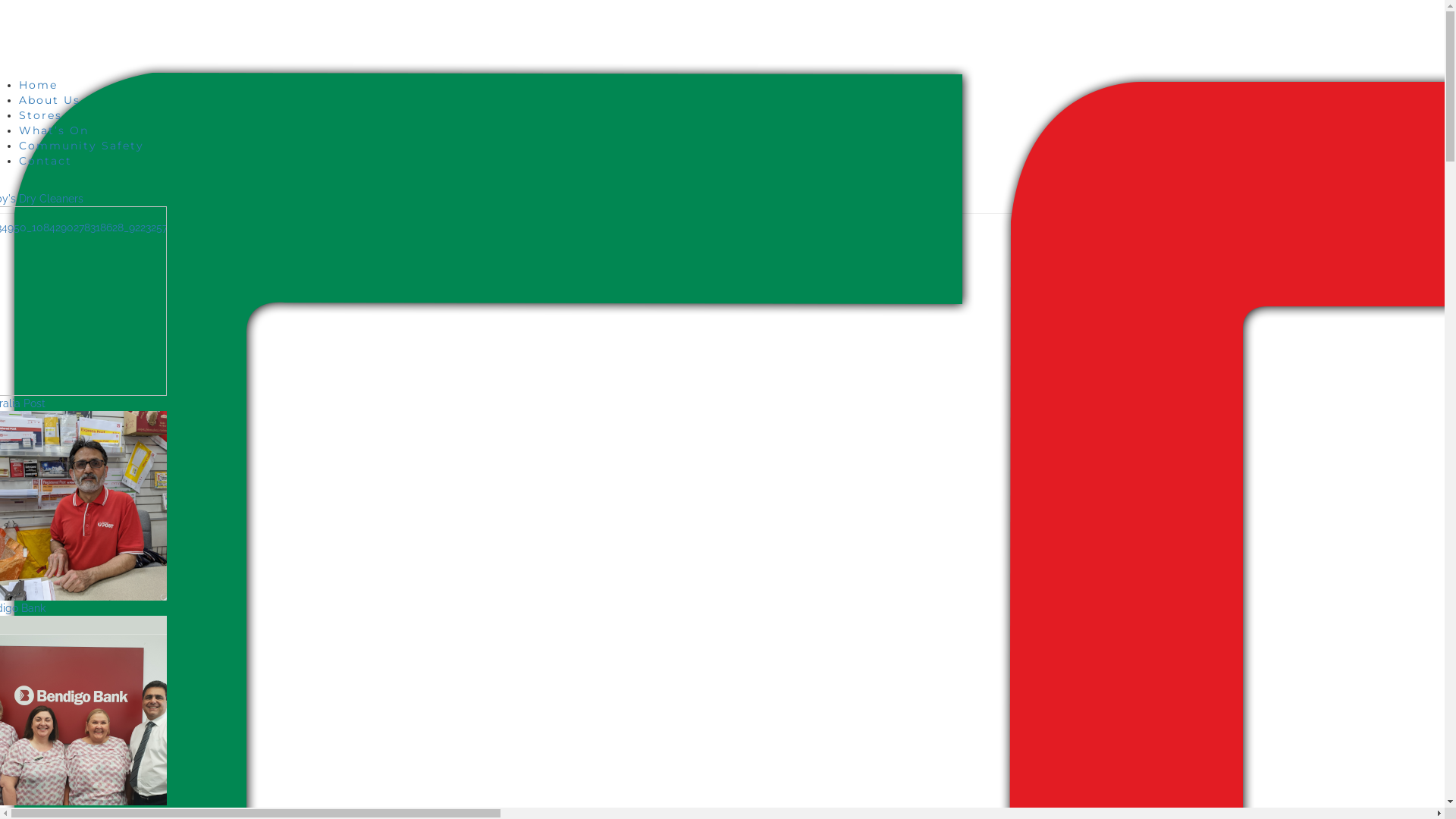  Describe the element at coordinates (38, 84) in the screenshot. I see `'Home'` at that location.